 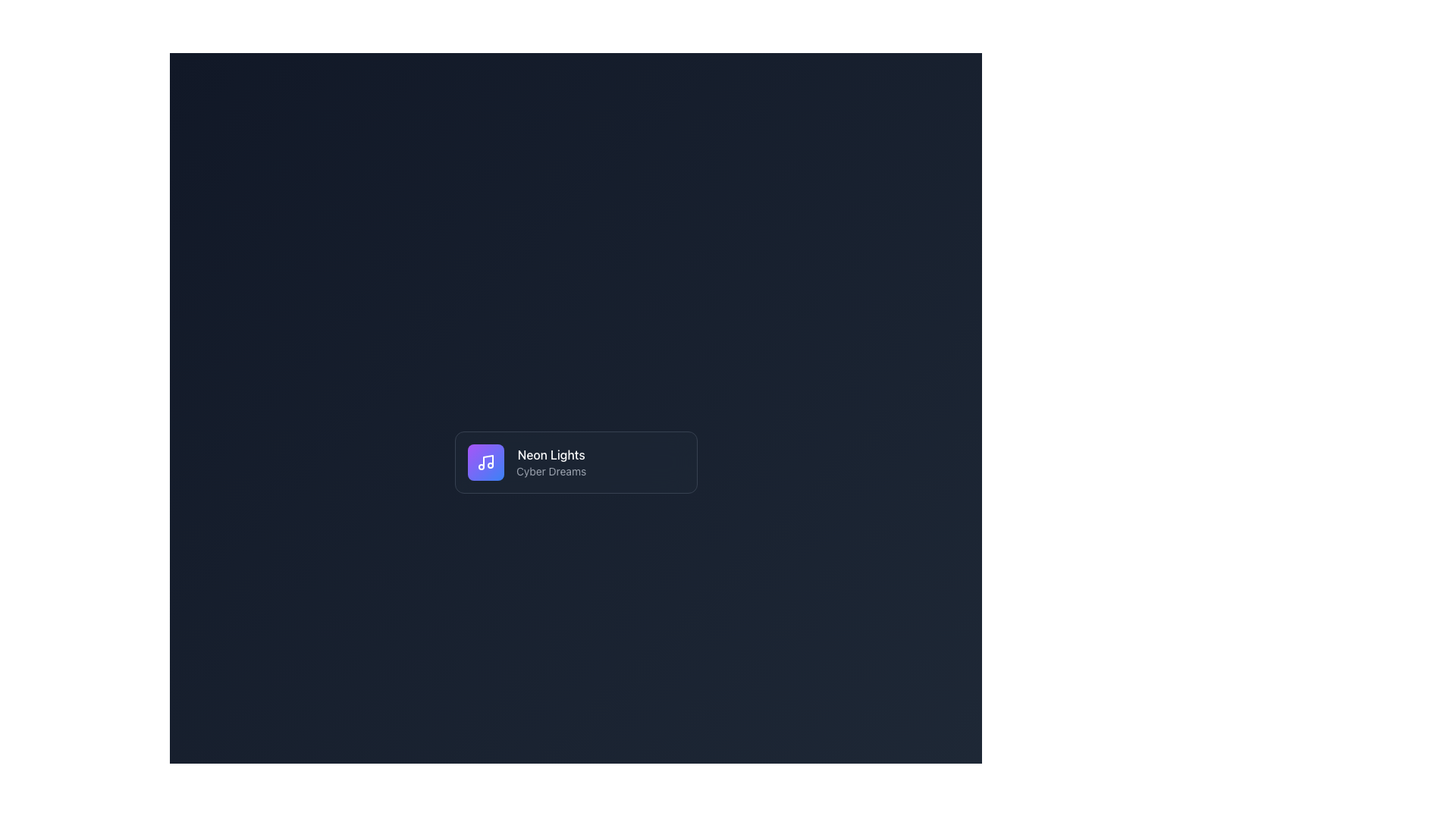 I want to click on the textual content display area that shows 'Neon Lights' in bold white font and 'Cyber Dreams' in smaller grayish font, located centrally on a card with a dark background, so click(x=550, y=461).